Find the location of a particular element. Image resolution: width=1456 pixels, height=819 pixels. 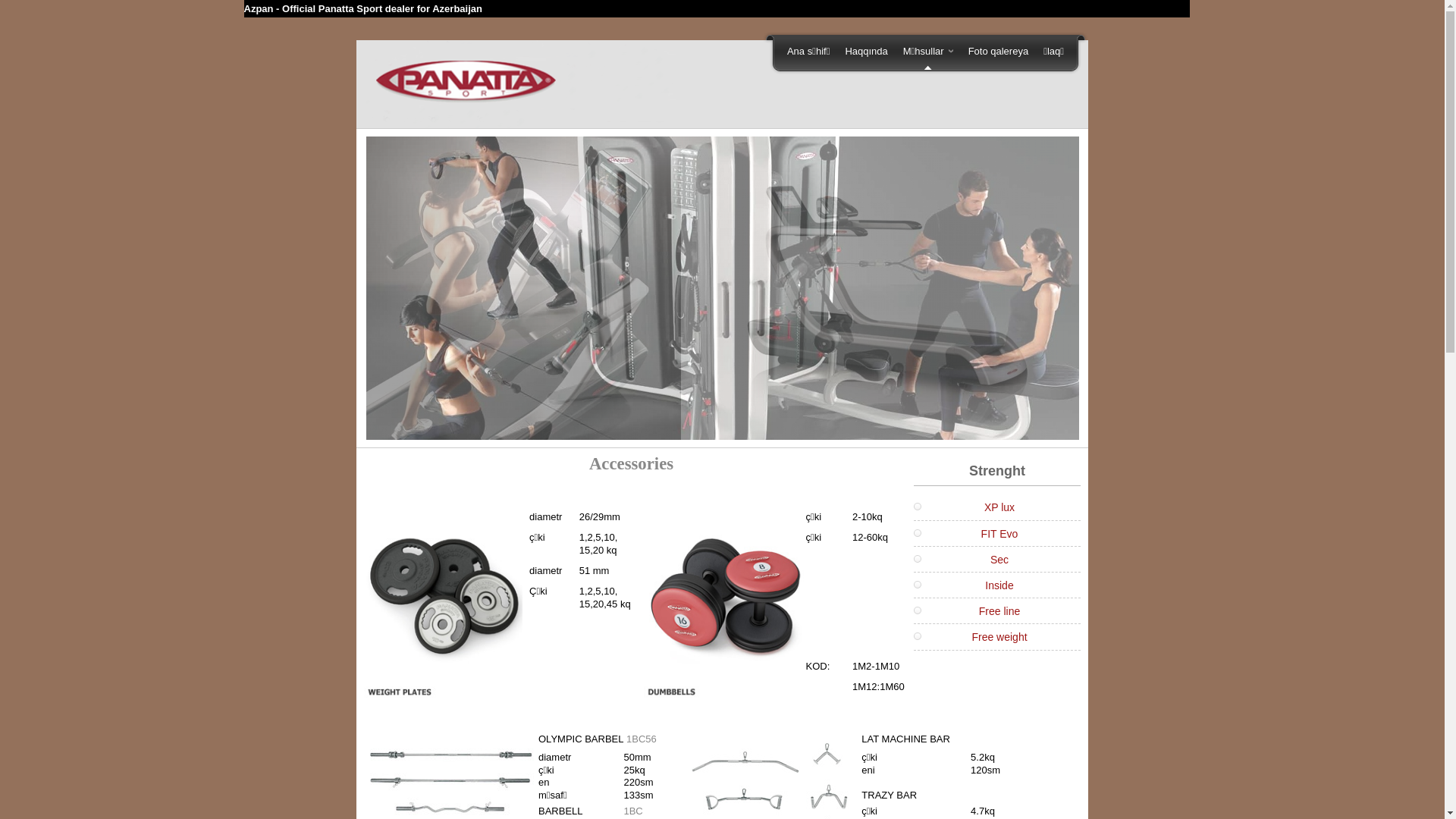

'FIT Evo' is located at coordinates (999, 533).